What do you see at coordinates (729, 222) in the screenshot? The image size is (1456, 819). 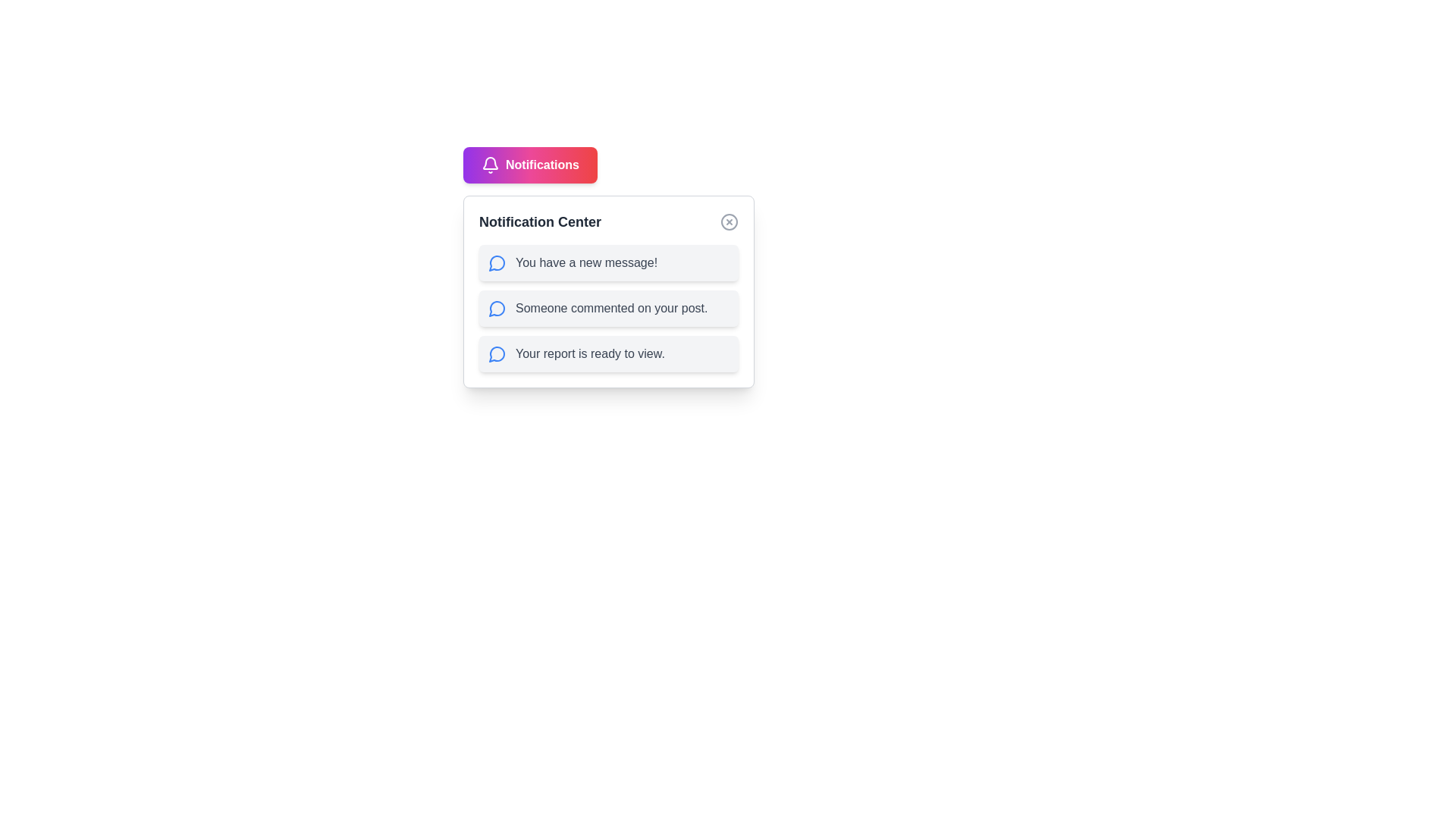 I see `the outlined circular close button located at the top-right corner of the notification panel` at bounding box center [729, 222].